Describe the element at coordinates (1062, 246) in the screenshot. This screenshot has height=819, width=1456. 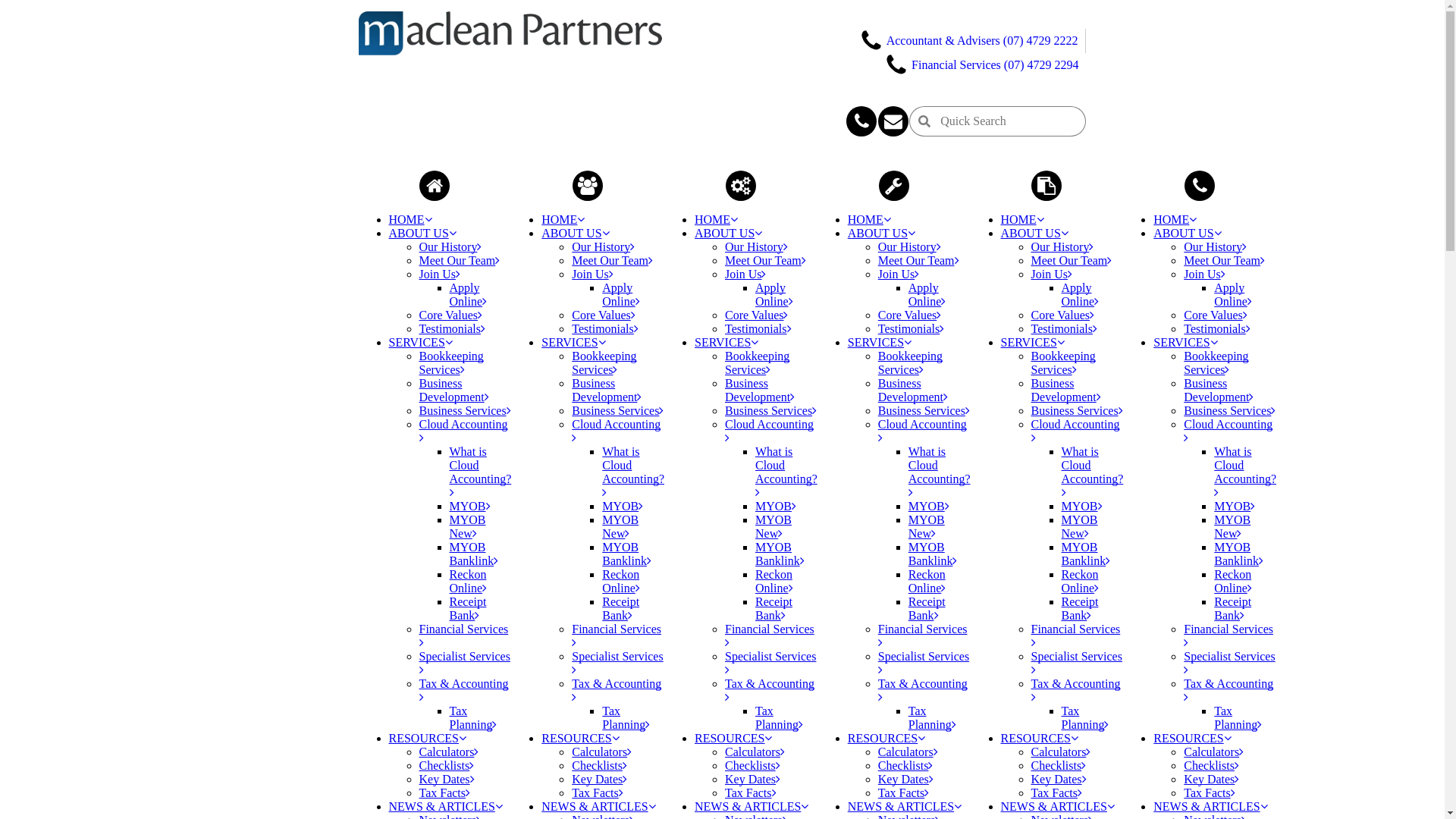
I see `'Our History'` at that location.